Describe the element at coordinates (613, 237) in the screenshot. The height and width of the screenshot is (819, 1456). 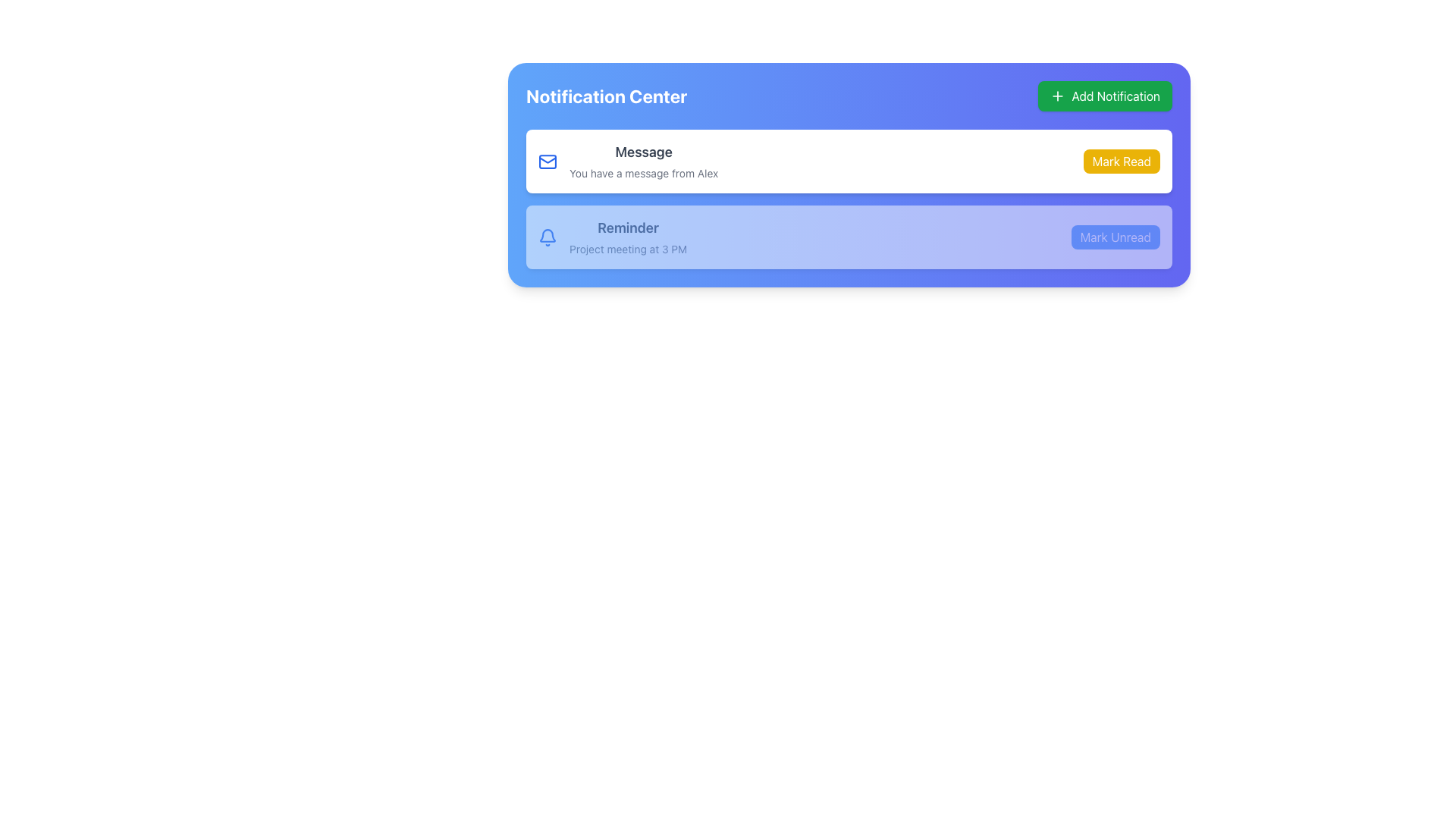
I see `the notification message reminding about the upcoming project meeting at 3 PM, located in the second row of the notification group, left of the 'Mark Unread' button` at that location.